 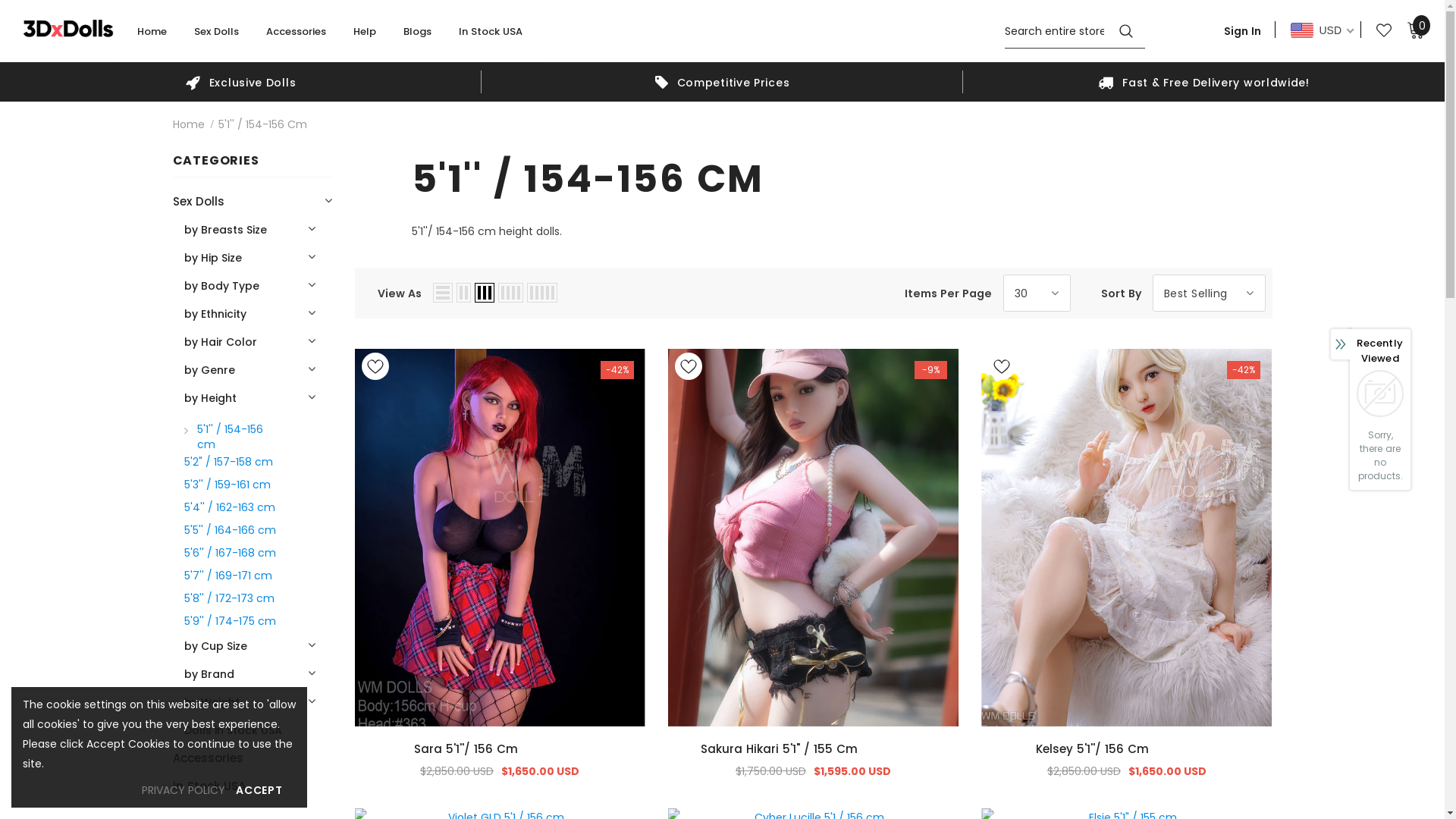 What do you see at coordinates (182, 312) in the screenshot?
I see `'by Ethnicity'` at bounding box center [182, 312].